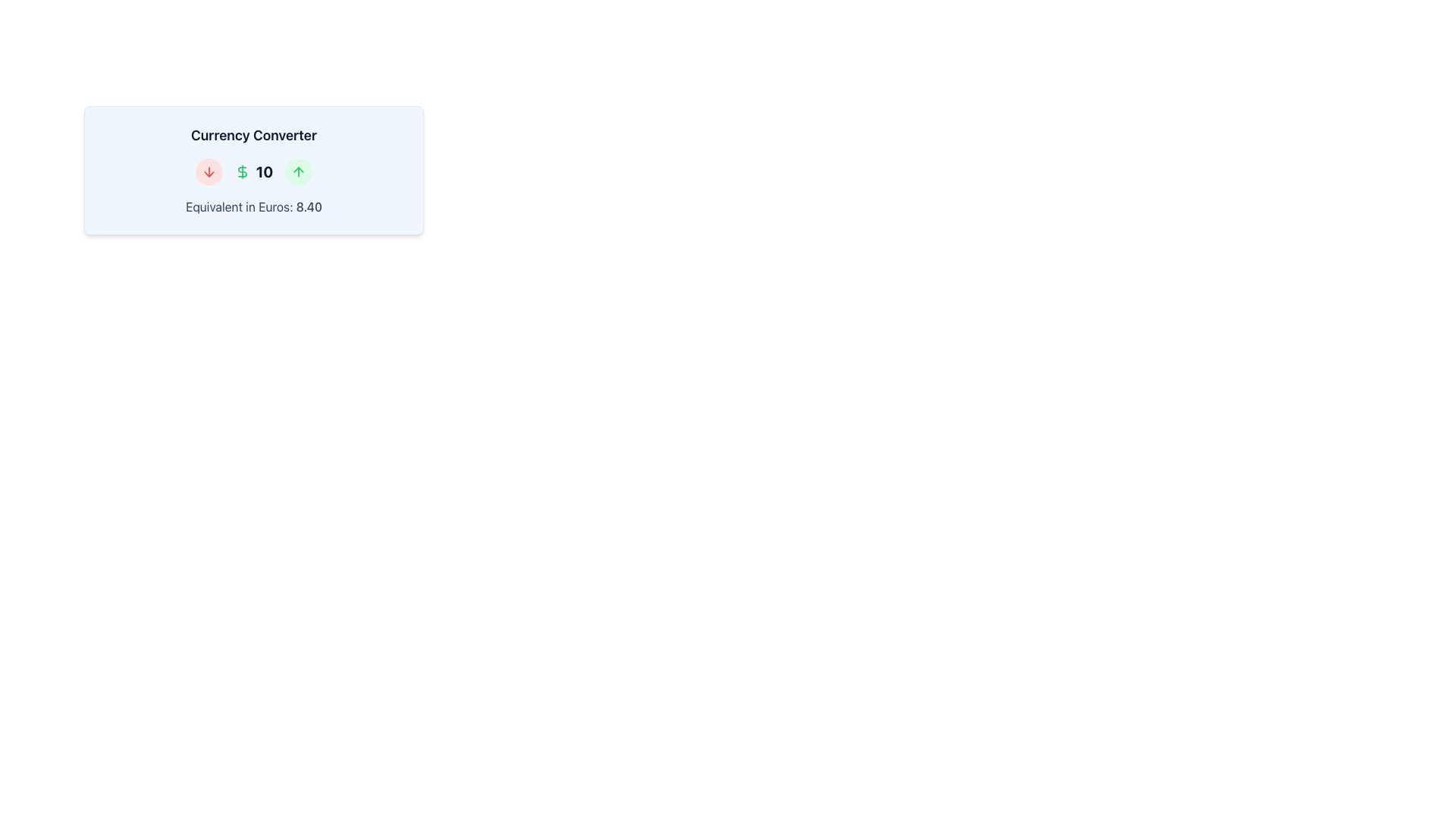 The image size is (1456, 819). Describe the element at coordinates (208, 171) in the screenshot. I see `the decrement button located on the leftmost side of the horizontally aligned group in the 'Currency Converter' section for keyboard navigation` at that location.